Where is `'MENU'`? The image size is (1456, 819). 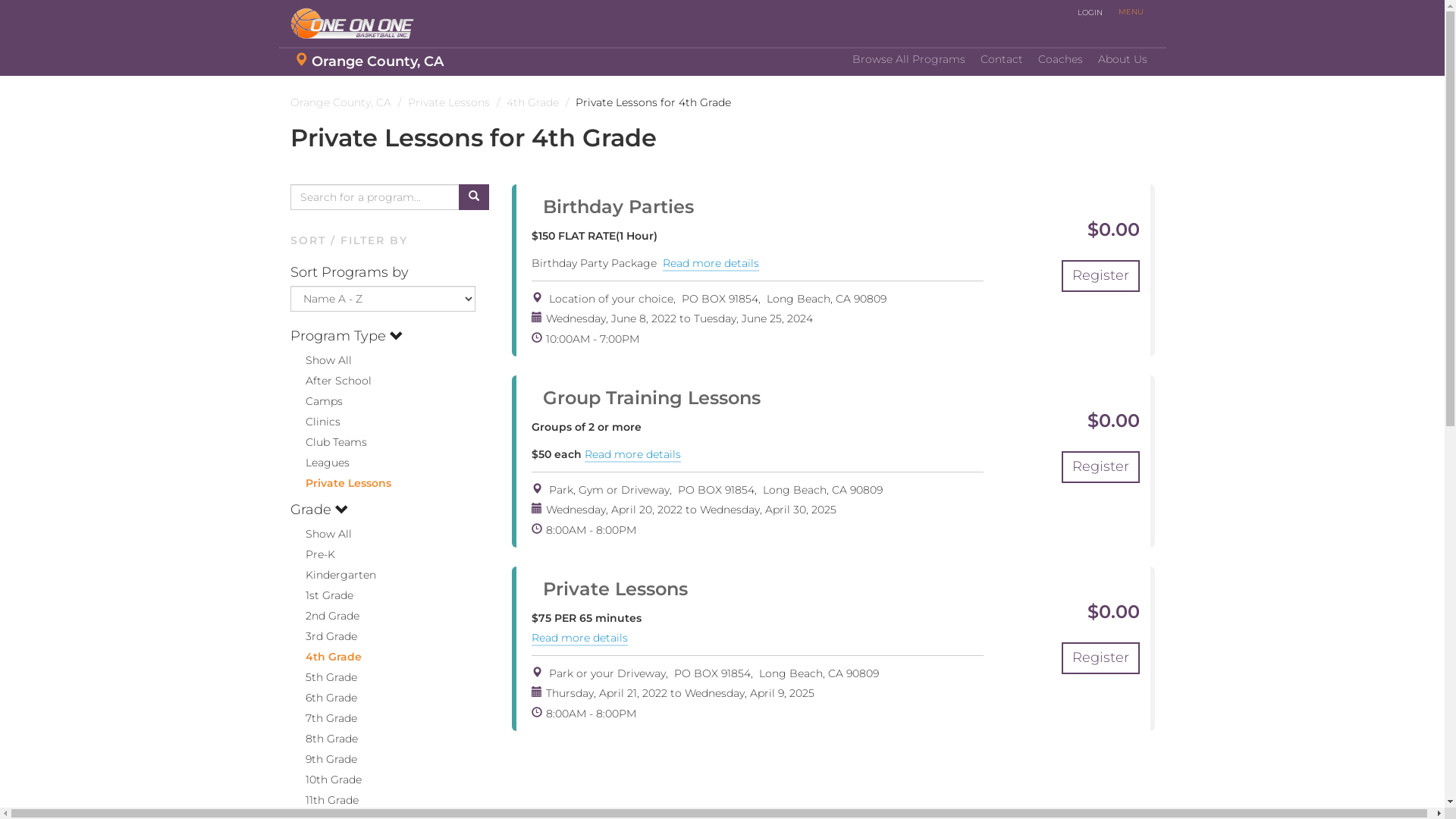
'MENU' is located at coordinates (1130, 11).